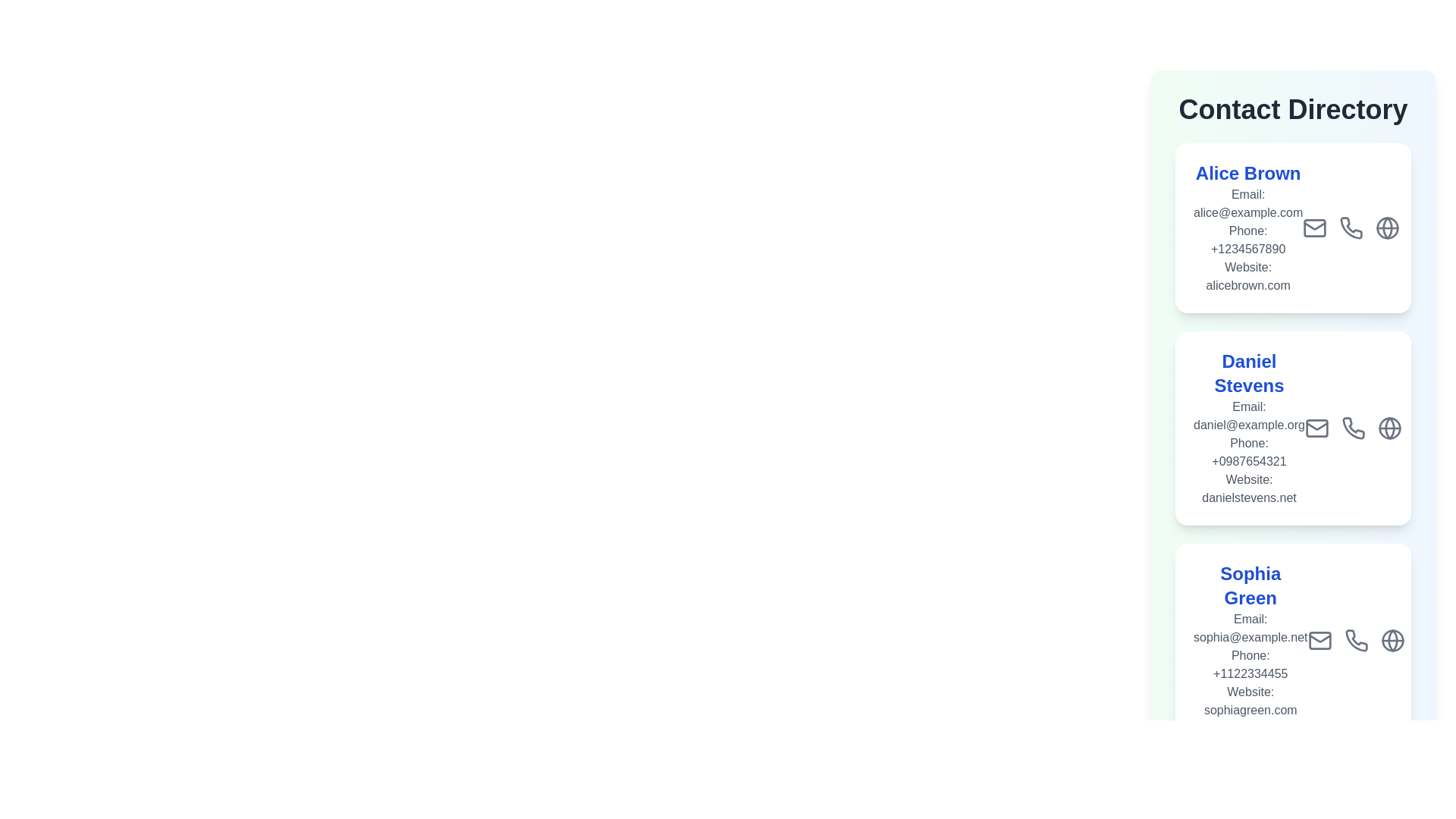 The height and width of the screenshot is (819, 1456). I want to click on the email icon for the contact Sophia Green, so click(1319, 640).